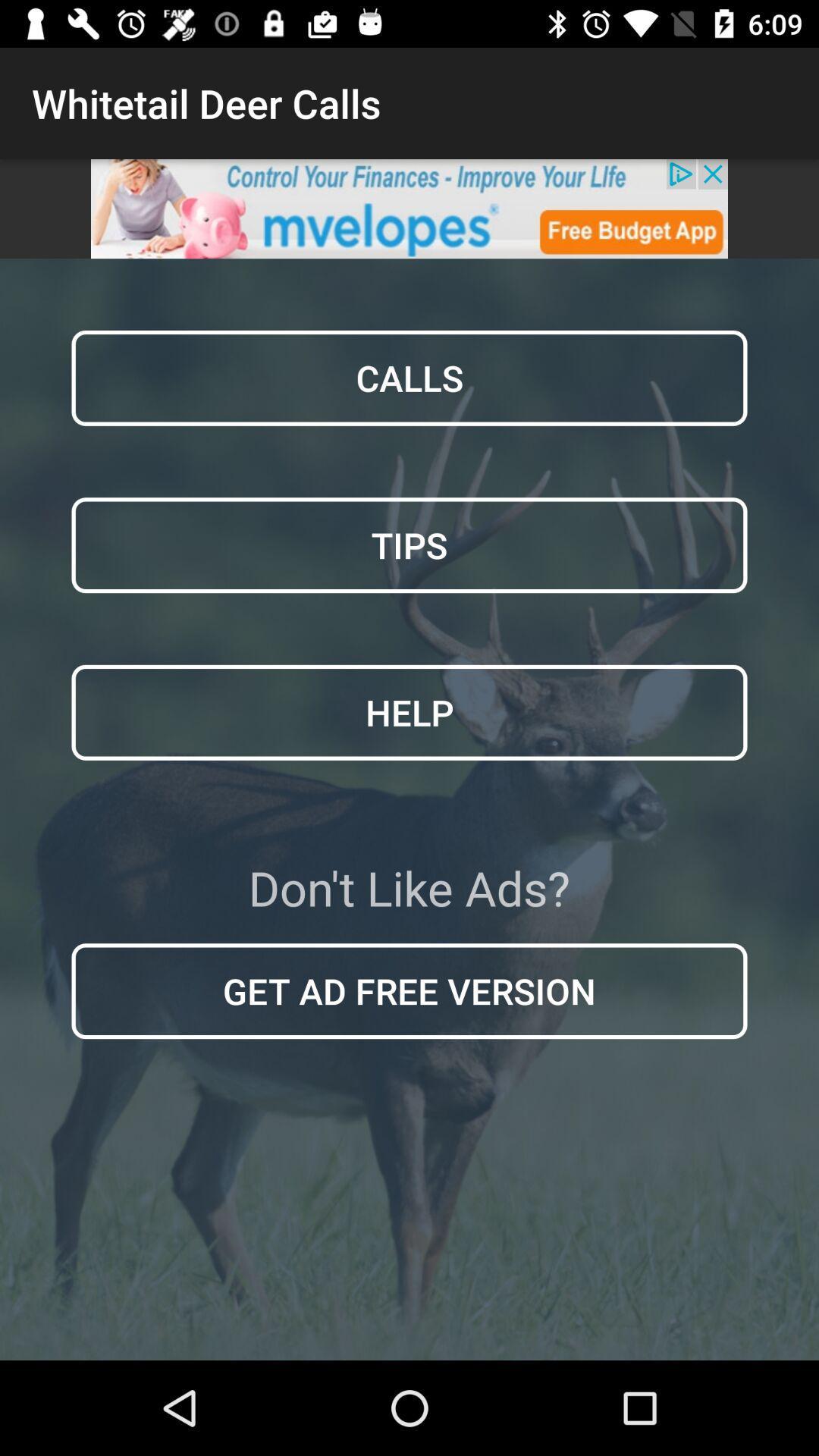  What do you see at coordinates (409, 208) in the screenshot?
I see `open advertisement` at bounding box center [409, 208].